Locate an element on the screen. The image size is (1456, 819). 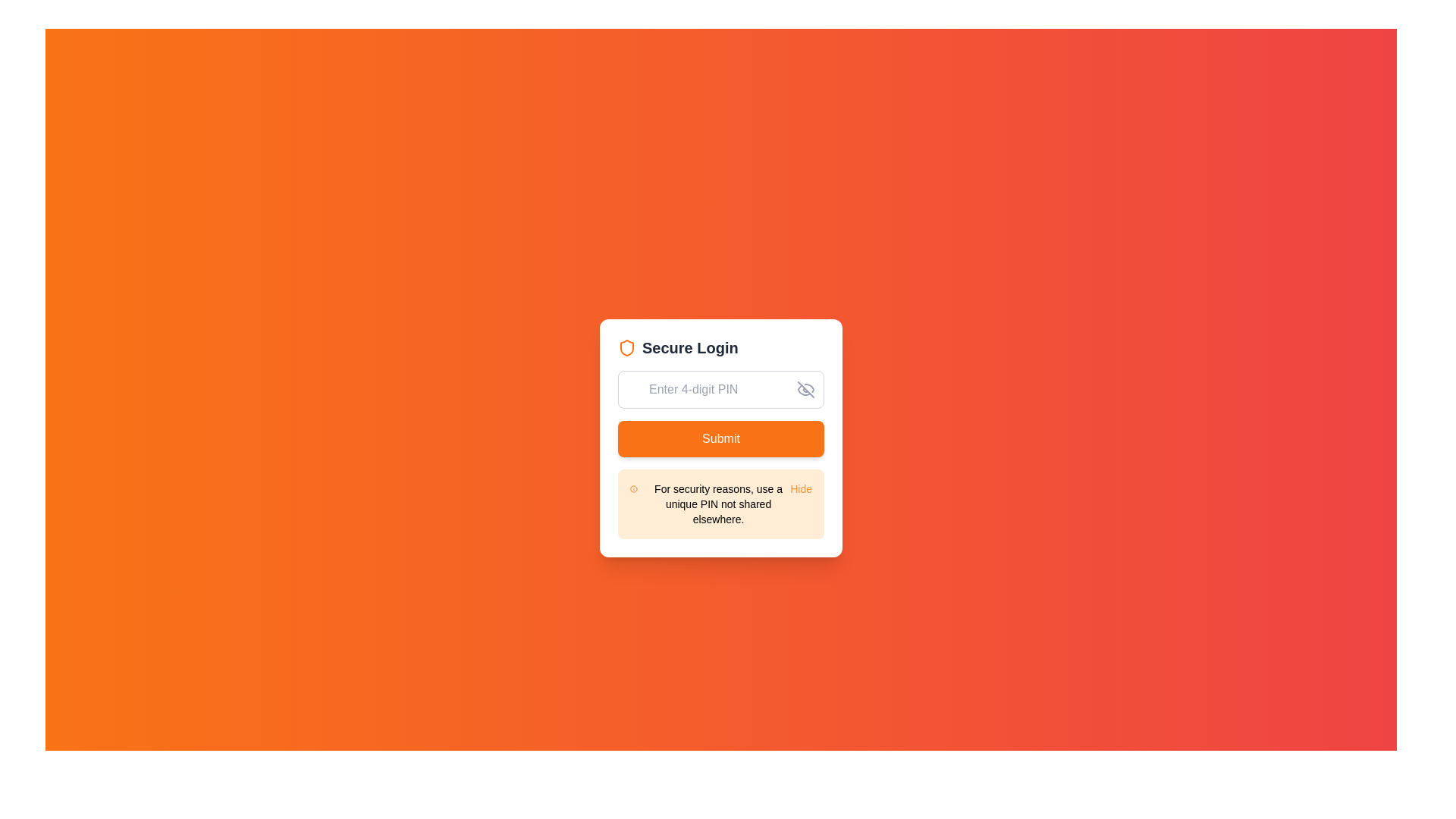
the submit button located in the central white card below the 4-digit PIN input field is located at coordinates (720, 438).